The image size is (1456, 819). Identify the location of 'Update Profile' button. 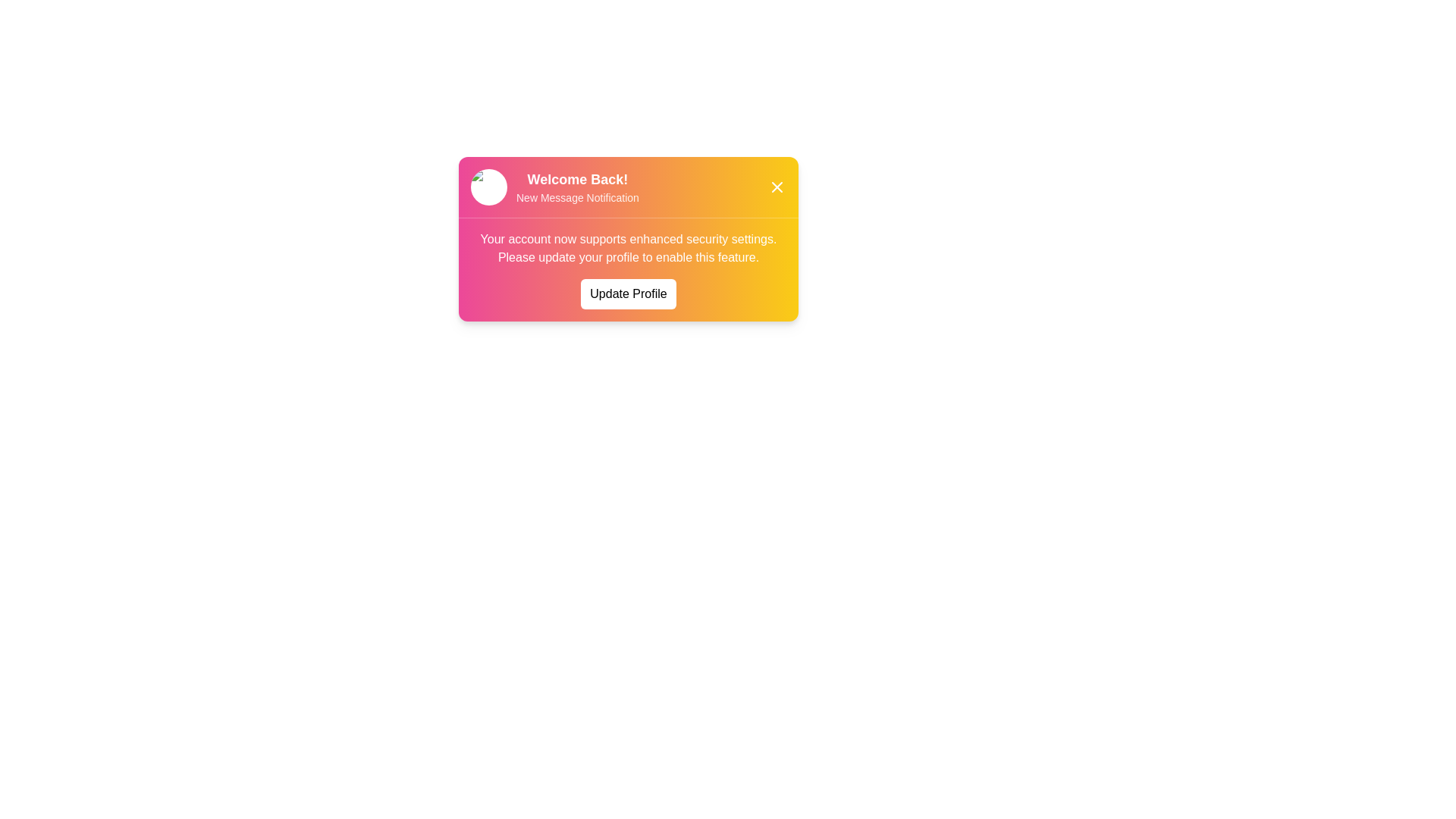
(629, 294).